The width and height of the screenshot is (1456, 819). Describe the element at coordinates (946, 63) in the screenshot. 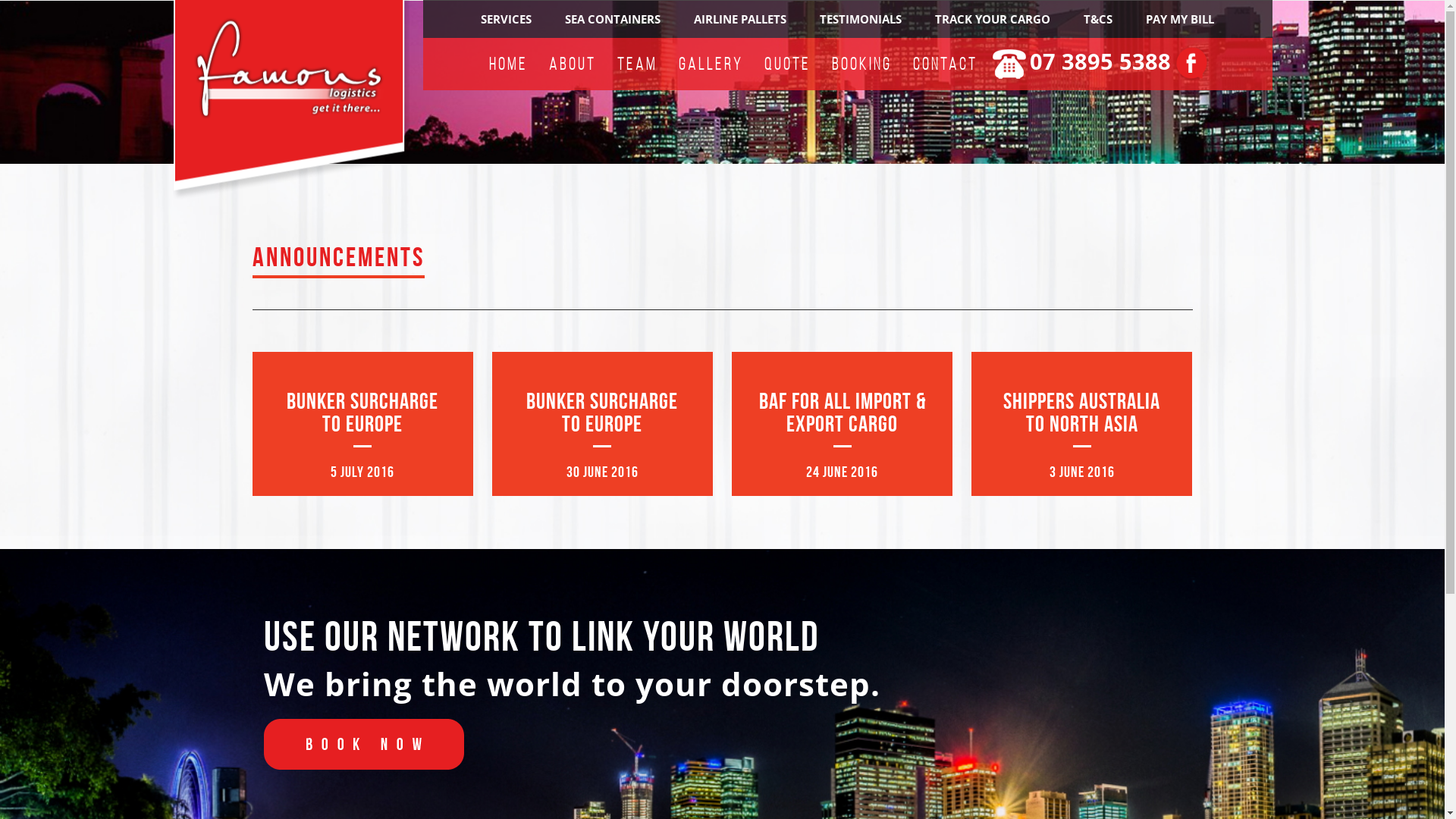

I see `'CONTACT'` at that location.